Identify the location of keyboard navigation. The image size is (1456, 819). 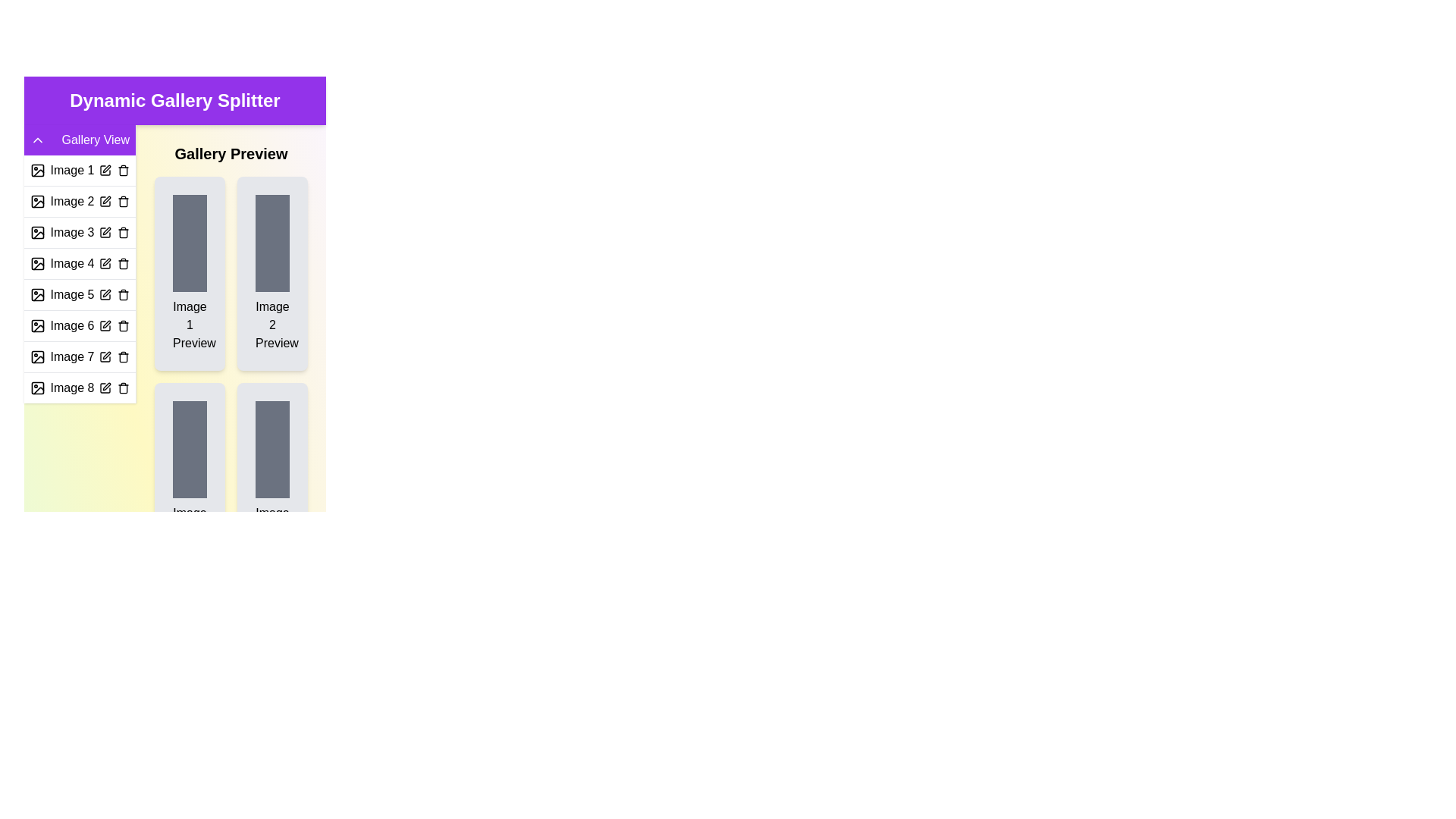
(105, 356).